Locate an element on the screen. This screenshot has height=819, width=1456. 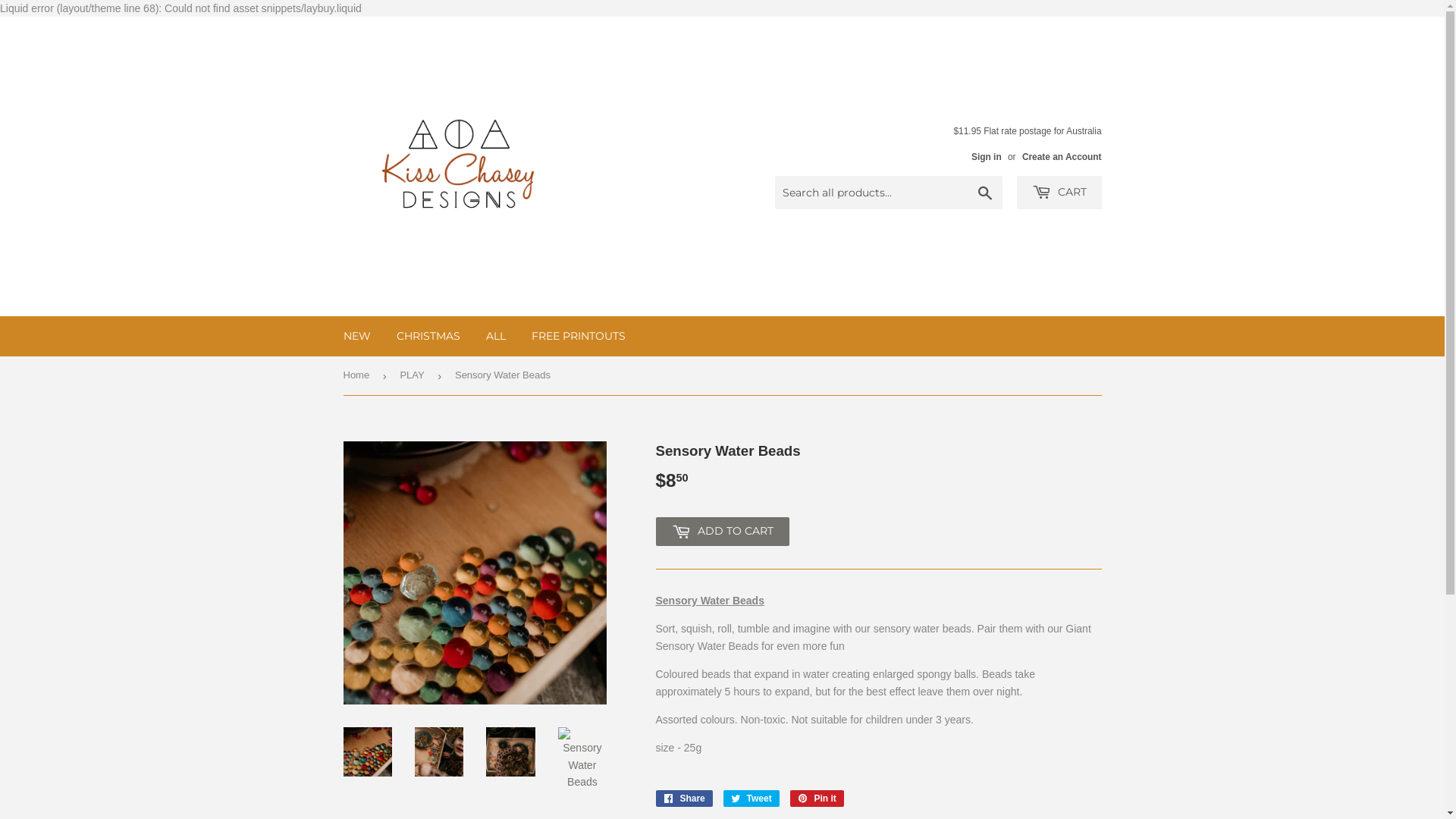
'CHRISTMAS' is located at coordinates (428, 335).